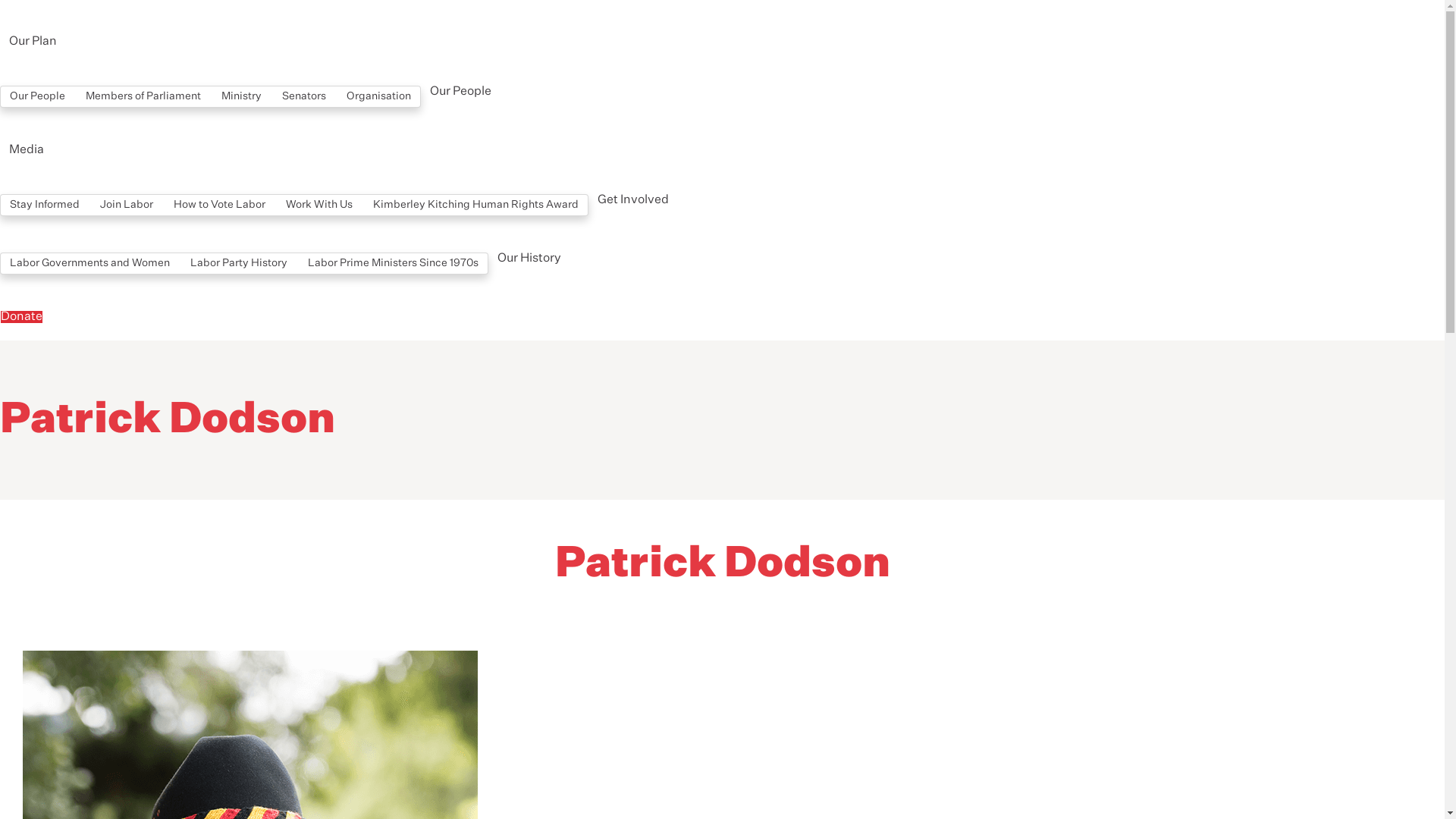 The width and height of the screenshot is (1456, 819). What do you see at coordinates (475, 205) in the screenshot?
I see `'Kimberley Kitching Human Rights Award'` at bounding box center [475, 205].